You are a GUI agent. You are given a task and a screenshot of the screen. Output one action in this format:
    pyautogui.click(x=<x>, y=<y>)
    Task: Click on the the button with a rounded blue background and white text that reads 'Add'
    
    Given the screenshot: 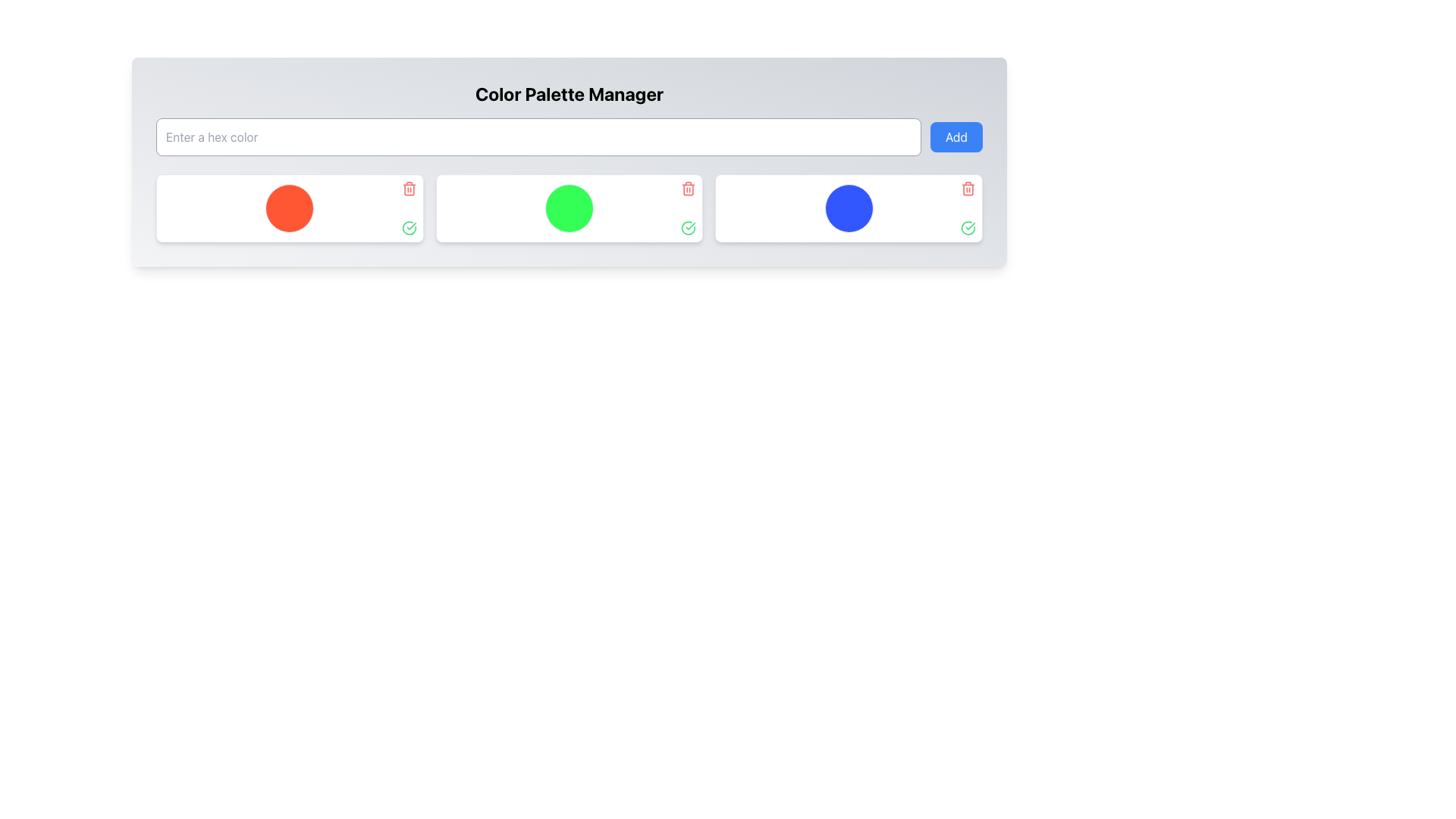 What is the action you would take?
    pyautogui.click(x=955, y=137)
    